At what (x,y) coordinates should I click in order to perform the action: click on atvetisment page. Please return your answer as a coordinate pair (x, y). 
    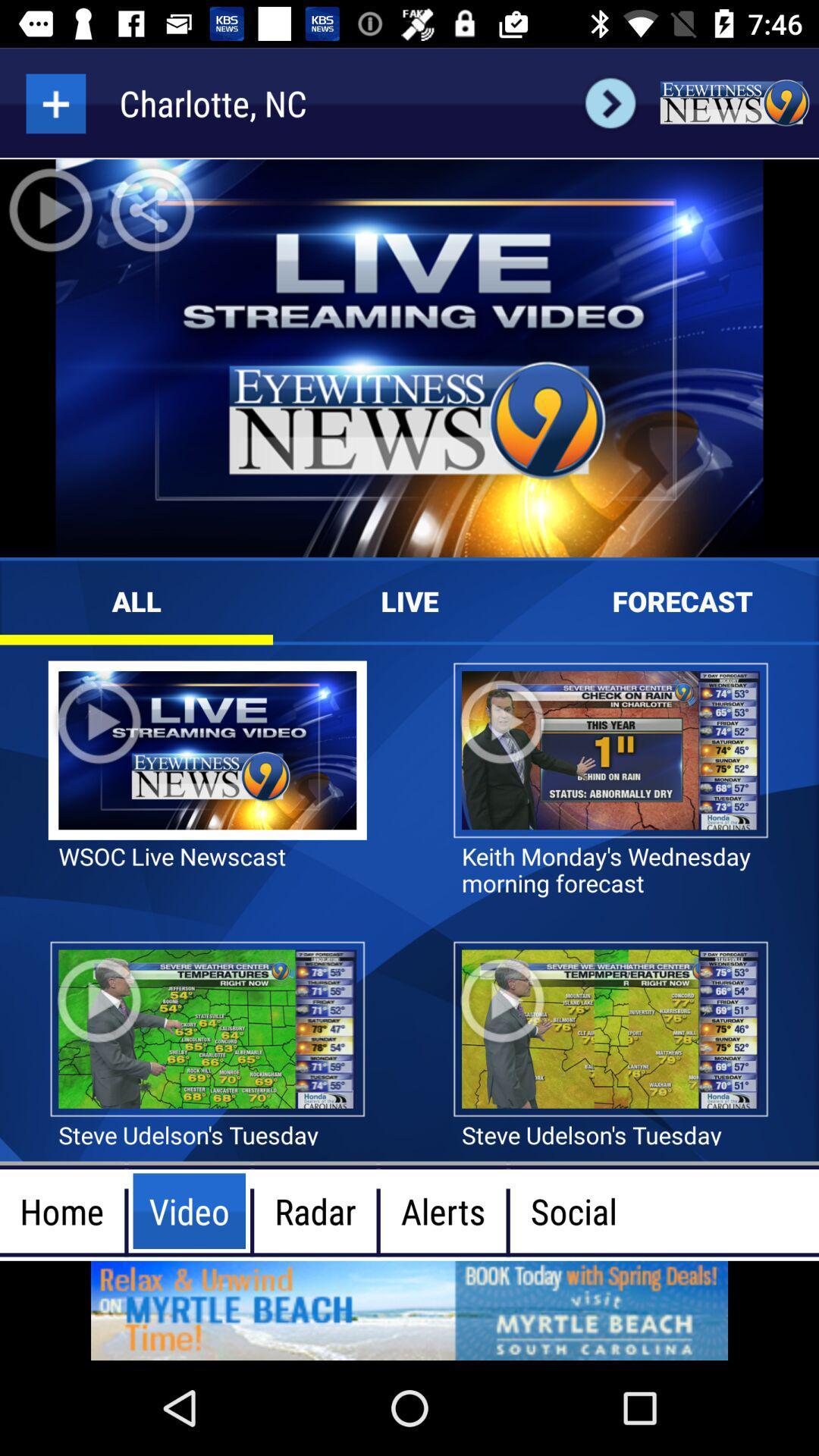
    Looking at the image, I should click on (409, 1310).